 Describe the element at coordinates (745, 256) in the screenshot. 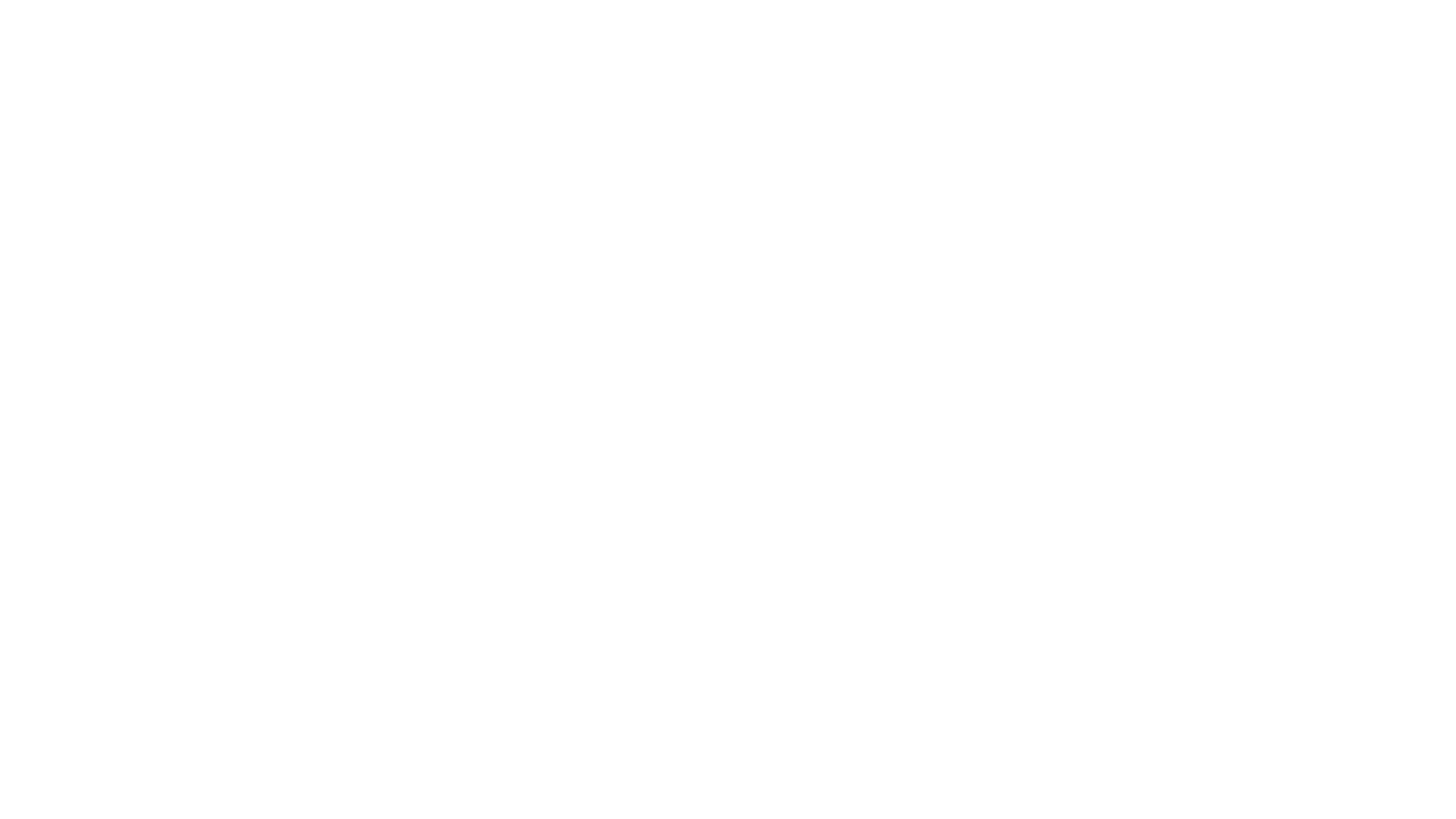

I see `Preregistration: No` at that location.